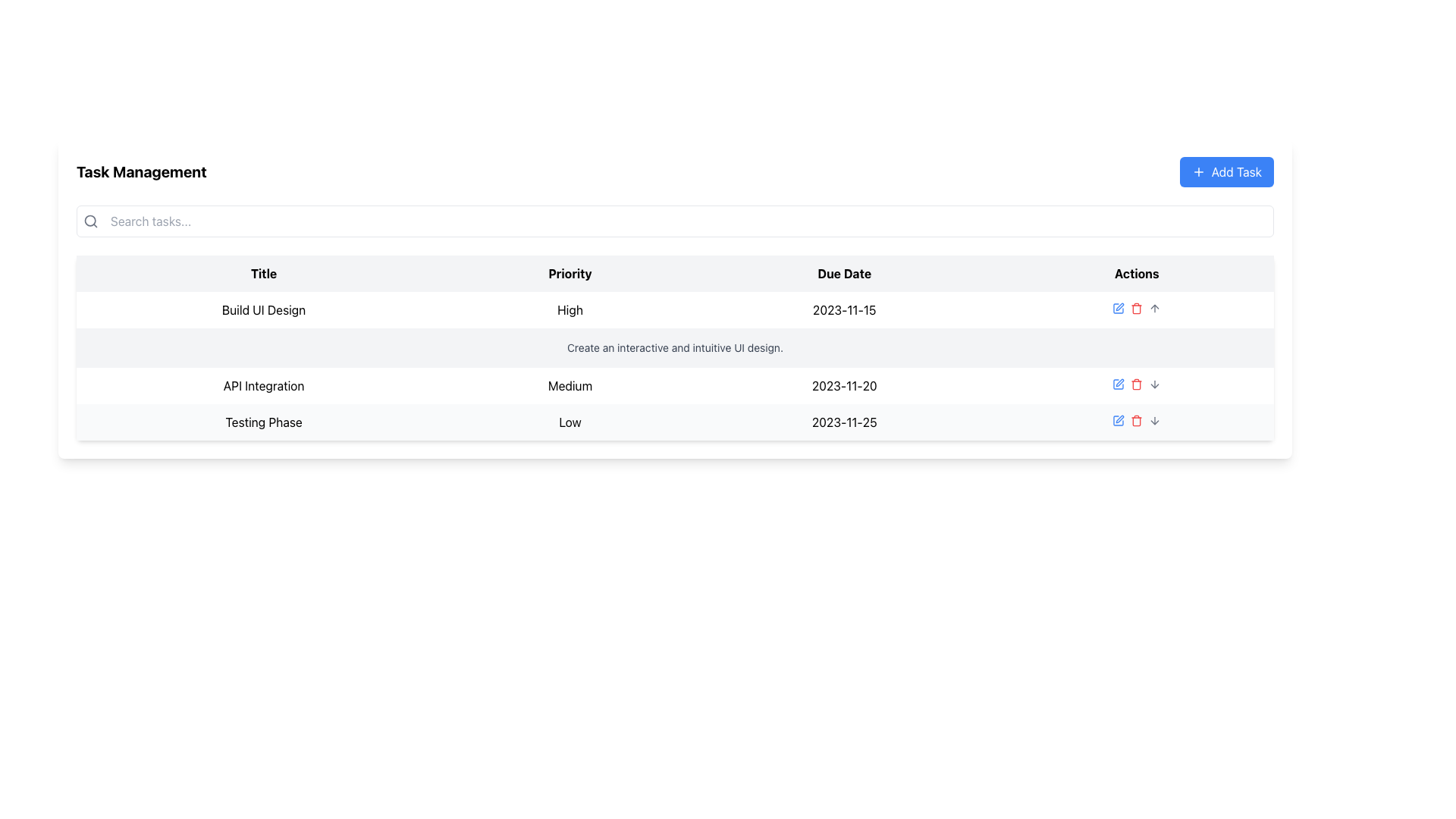 The width and height of the screenshot is (1456, 819). I want to click on the edit button located in the 'Actions' column of the second row of the task management table for 'API Integration', so click(1118, 383).